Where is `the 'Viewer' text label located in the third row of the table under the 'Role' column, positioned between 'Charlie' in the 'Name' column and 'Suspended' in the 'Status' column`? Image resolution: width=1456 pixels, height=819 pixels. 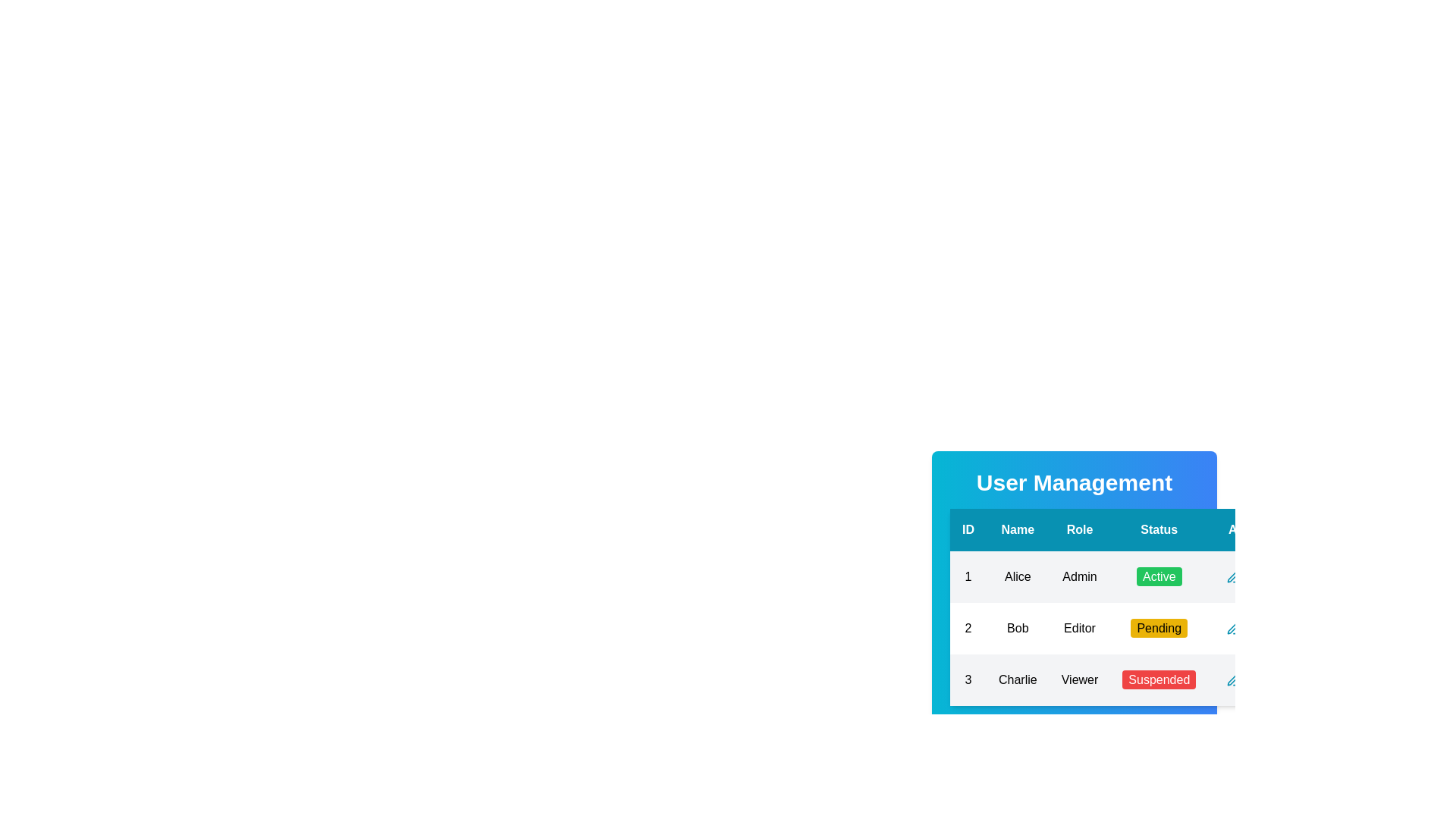 the 'Viewer' text label located in the third row of the table under the 'Role' column, positioned between 'Charlie' in the 'Name' column and 'Suspended' in the 'Status' column is located at coordinates (1079, 679).